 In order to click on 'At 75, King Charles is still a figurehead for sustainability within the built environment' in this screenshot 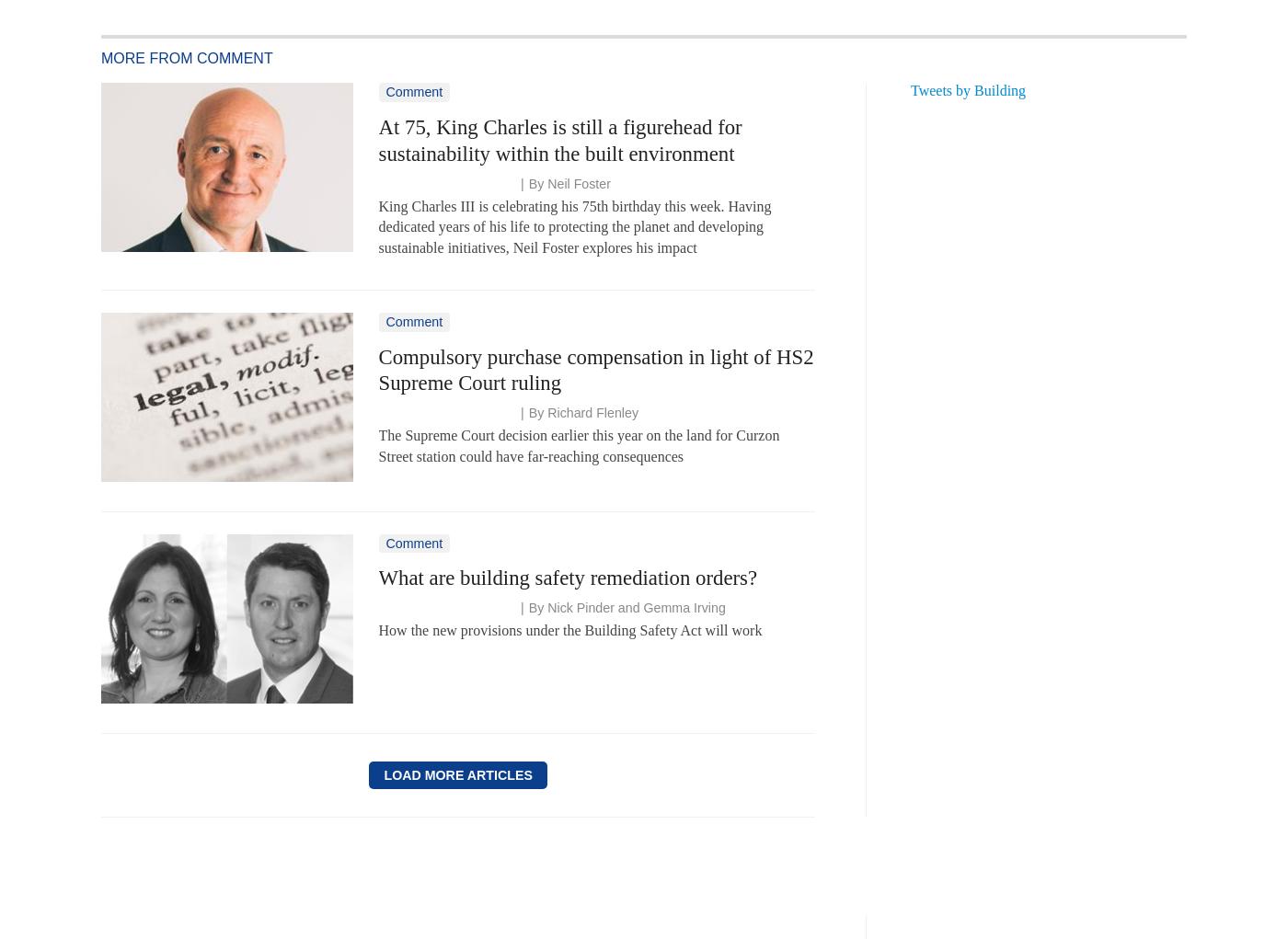, I will do `click(378, 140)`.